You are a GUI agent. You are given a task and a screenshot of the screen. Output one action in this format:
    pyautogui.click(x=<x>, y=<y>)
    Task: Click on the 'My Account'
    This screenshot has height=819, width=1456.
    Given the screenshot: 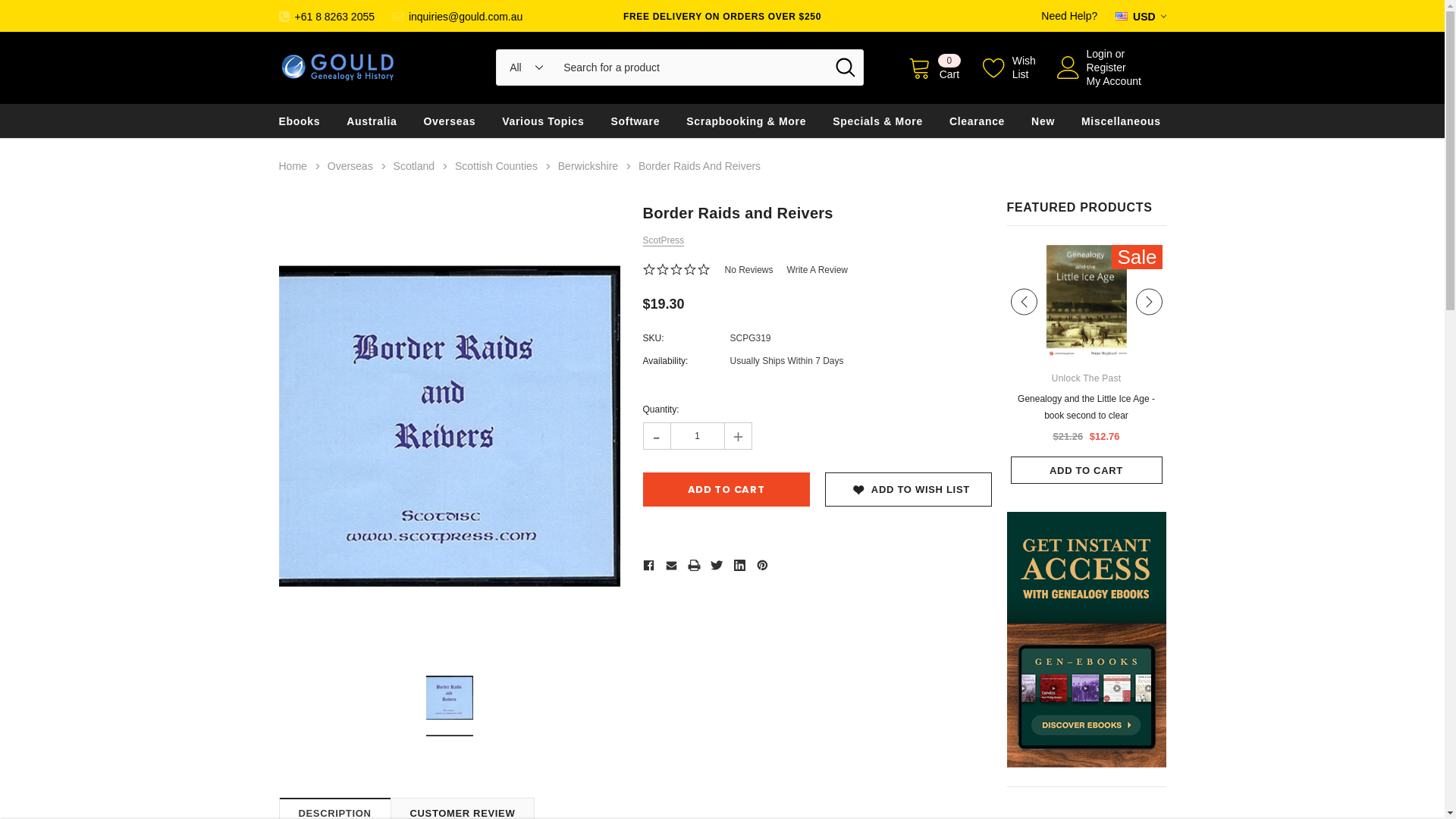 What is the action you would take?
    pyautogui.click(x=1113, y=81)
    